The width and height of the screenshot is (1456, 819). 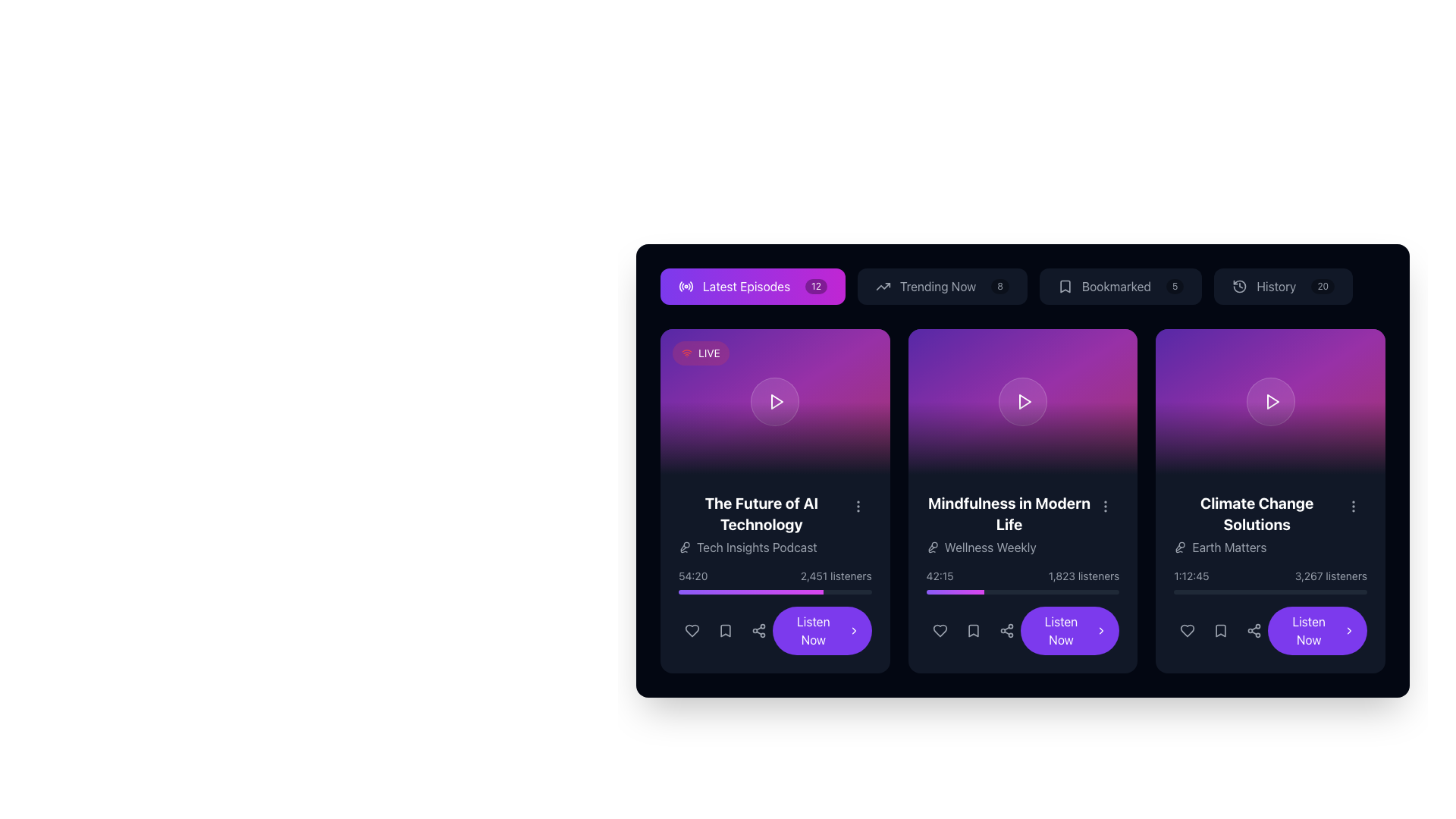 I want to click on the upward-pointing zigzag icon indicating a trend, located in the top-right section of the interface, so click(x=883, y=287).